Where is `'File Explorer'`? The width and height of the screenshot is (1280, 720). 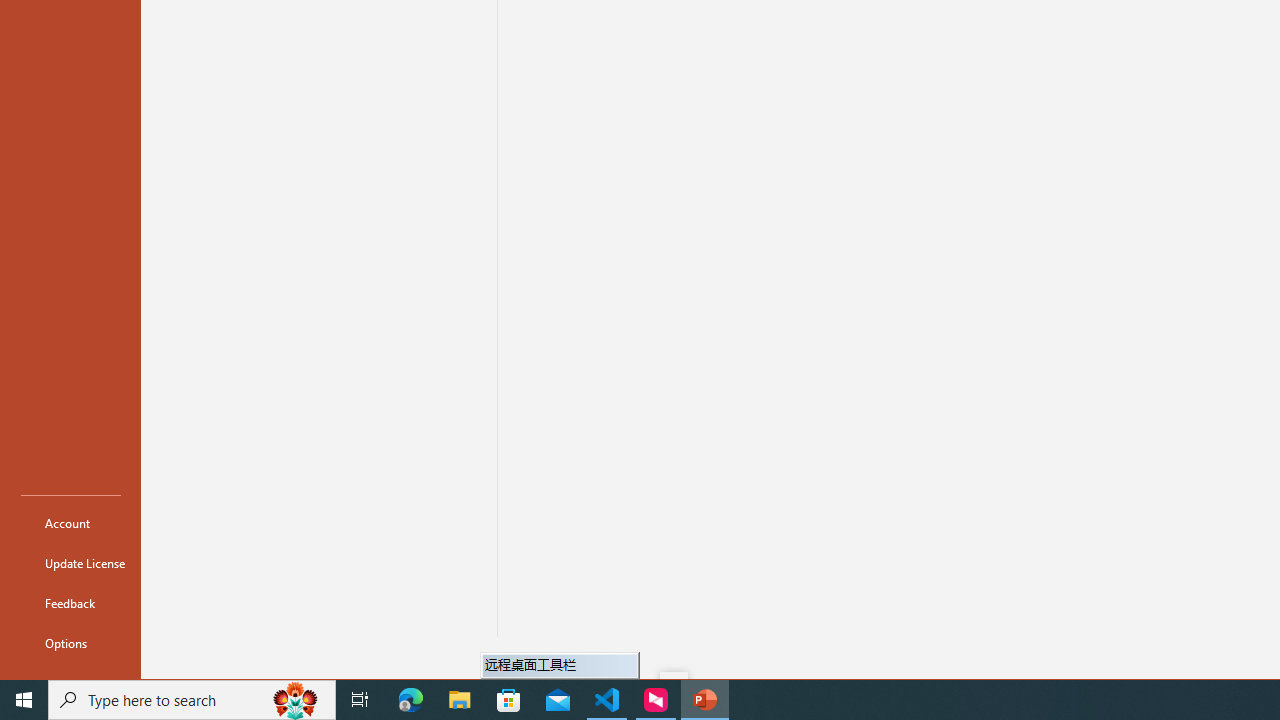 'File Explorer' is located at coordinates (459, 698).